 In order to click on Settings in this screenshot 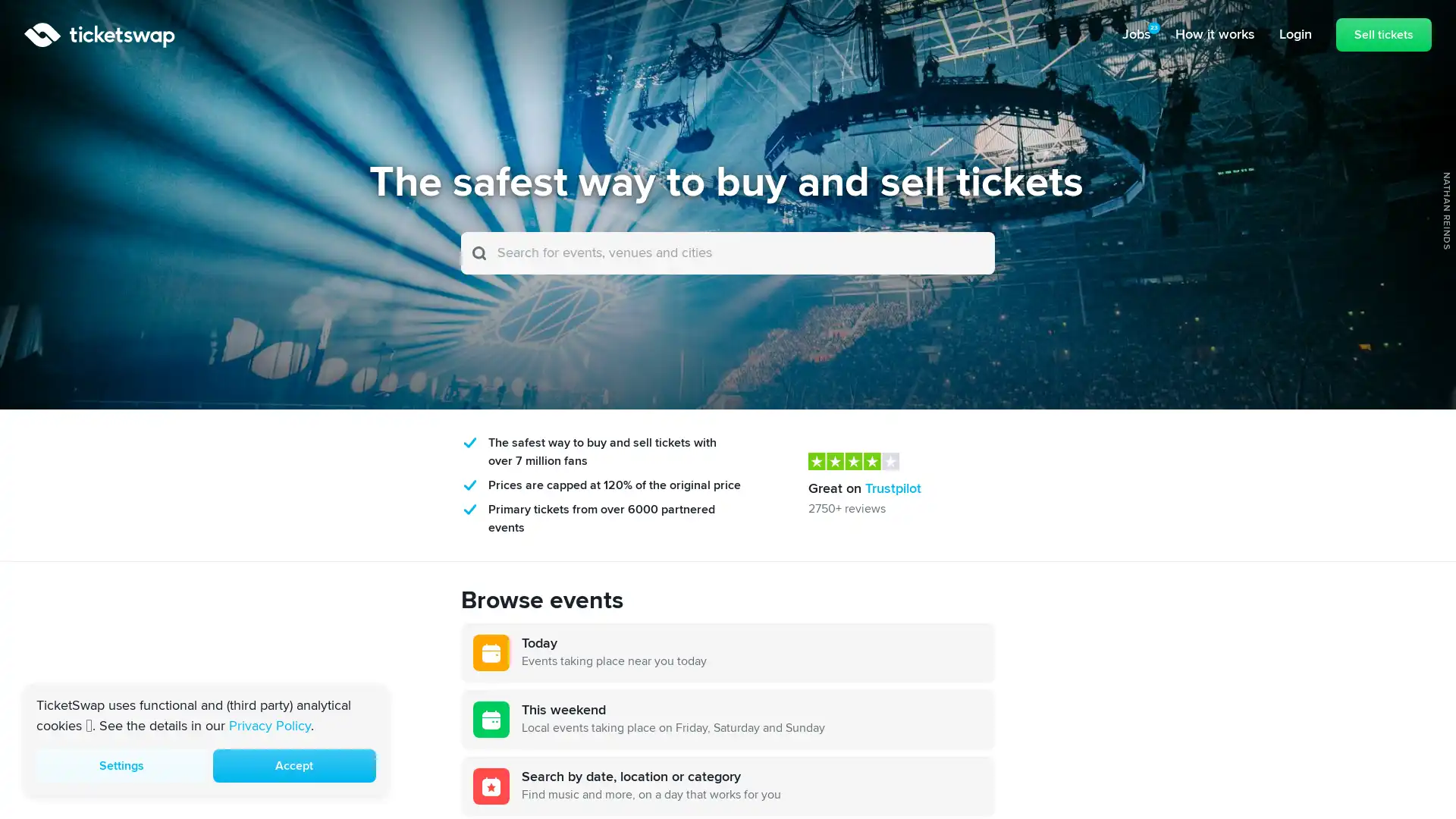, I will do `click(120, 766)`.